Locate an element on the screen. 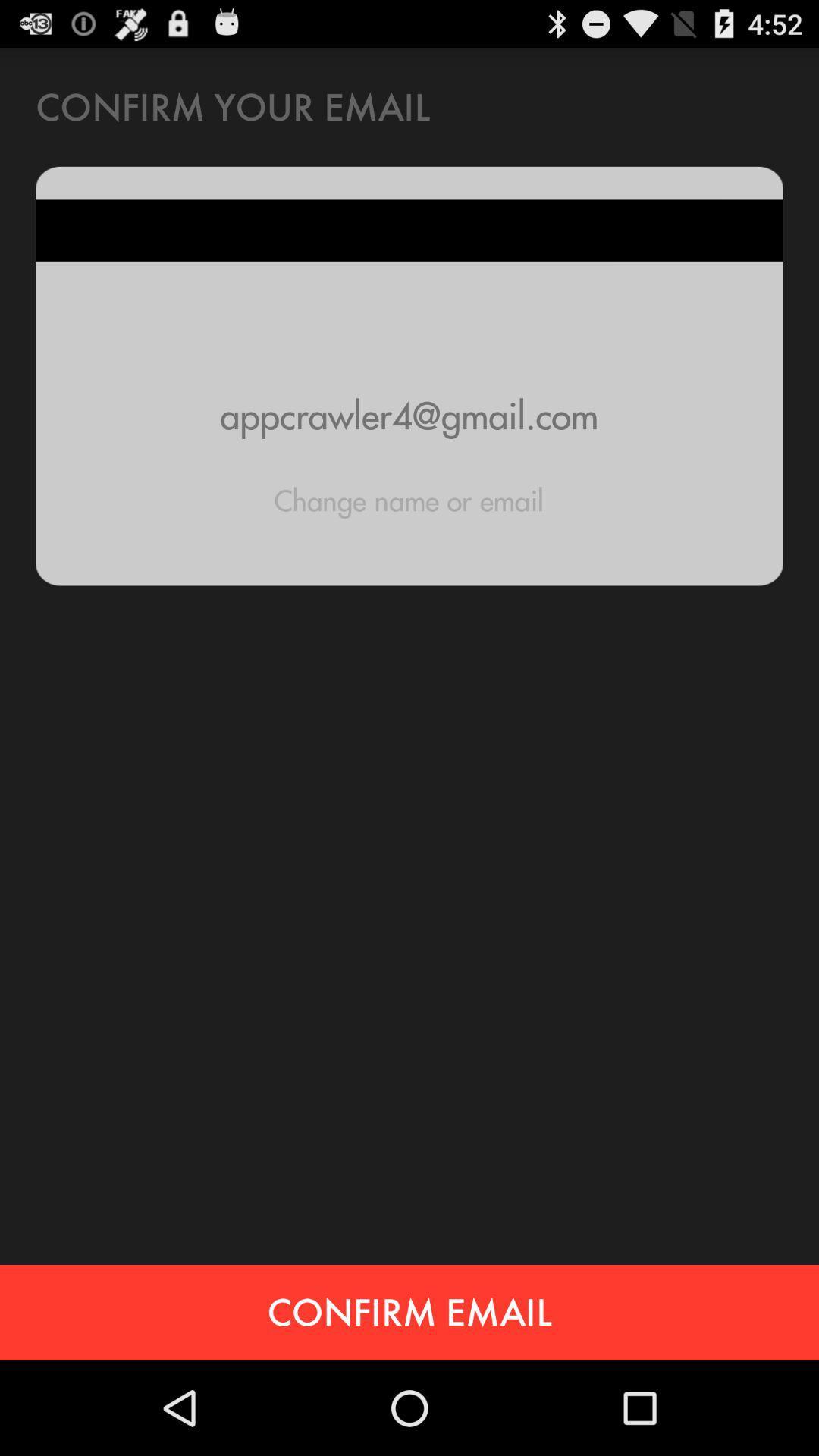  change name or item is located at coordinates (408, 500).